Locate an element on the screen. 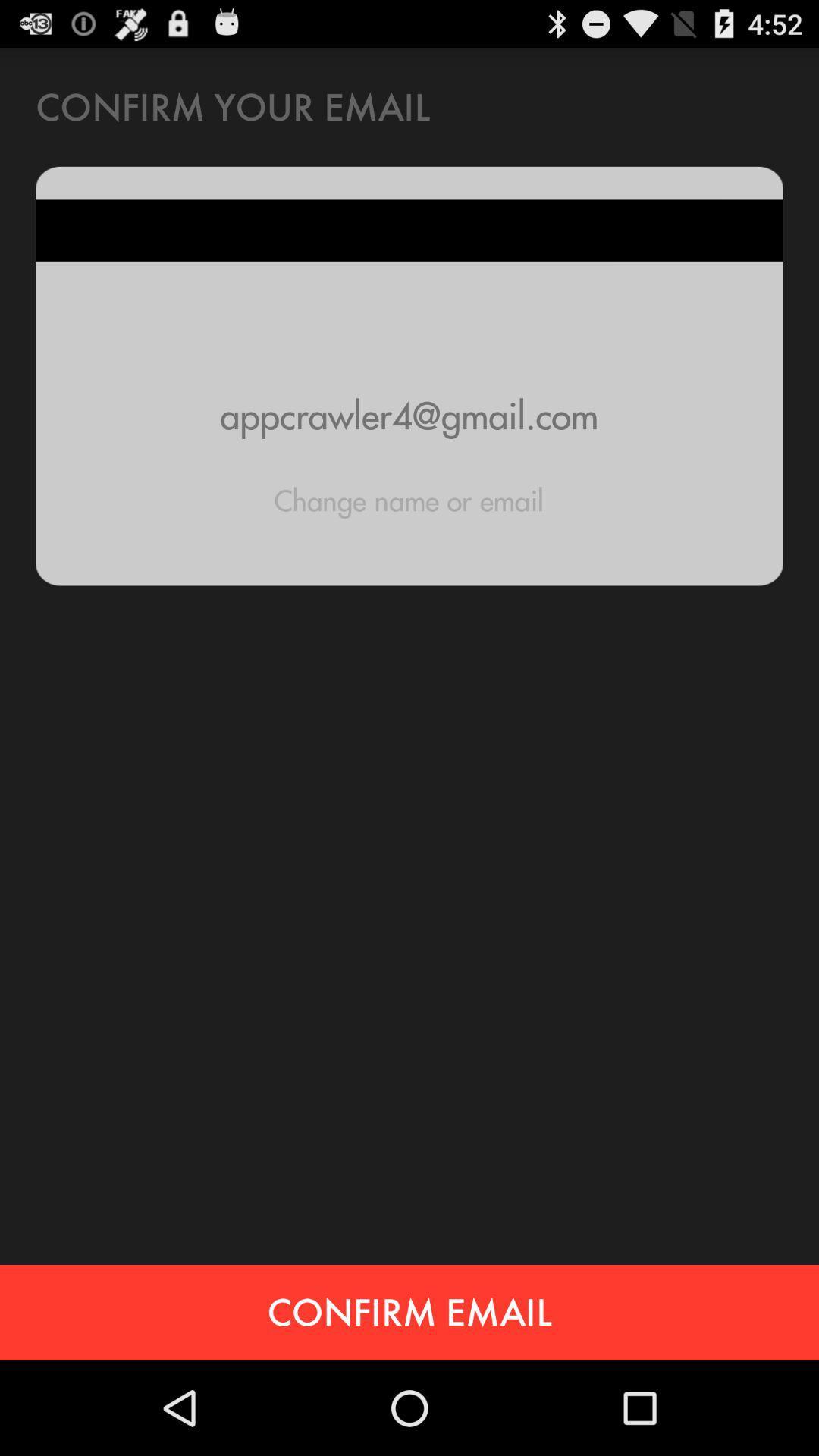  change name or item is located at coordinates (408, 500).